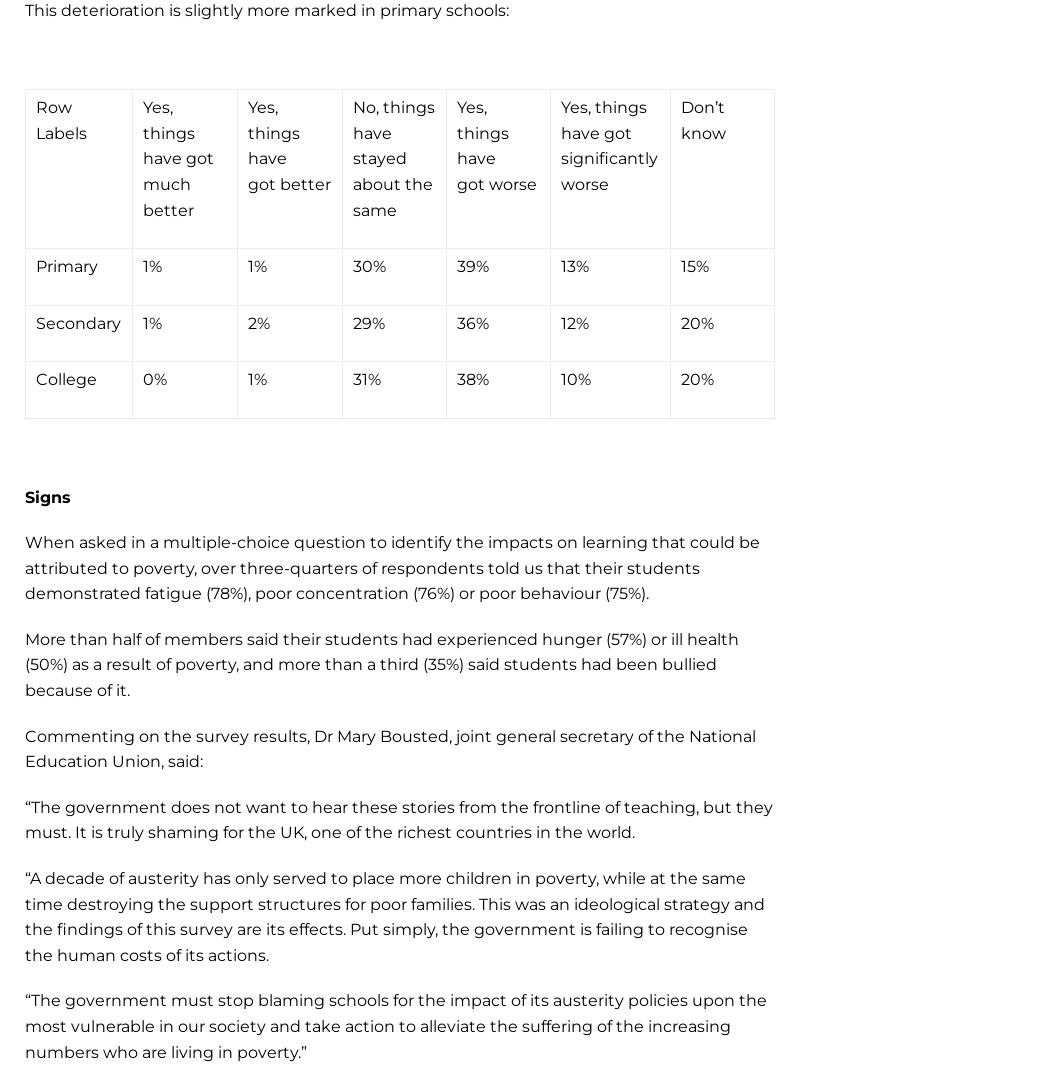 This screenshot has height=1075, width=1050. Describe the element at coordinates (24, 818) in the screenshot. I see `'“The government does not want to hear these stories from the frontline of teaching, but they must. It is truly shaming for the UK, one of the richest countries in the world.'` at that location.